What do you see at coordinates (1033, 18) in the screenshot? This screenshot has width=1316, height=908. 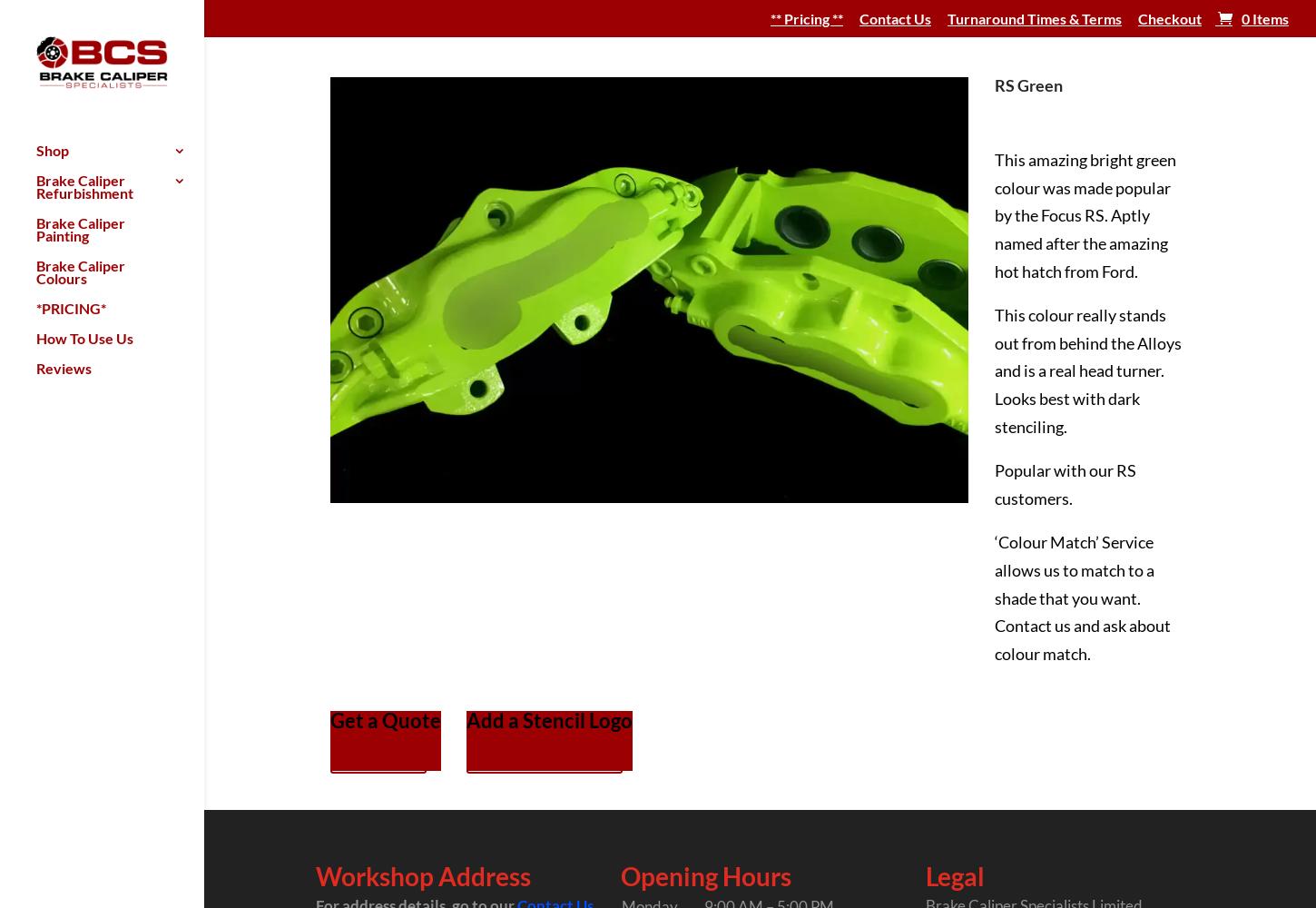 I see `'Turnaround Times & Terms'` at bounding box center [1033, 18].